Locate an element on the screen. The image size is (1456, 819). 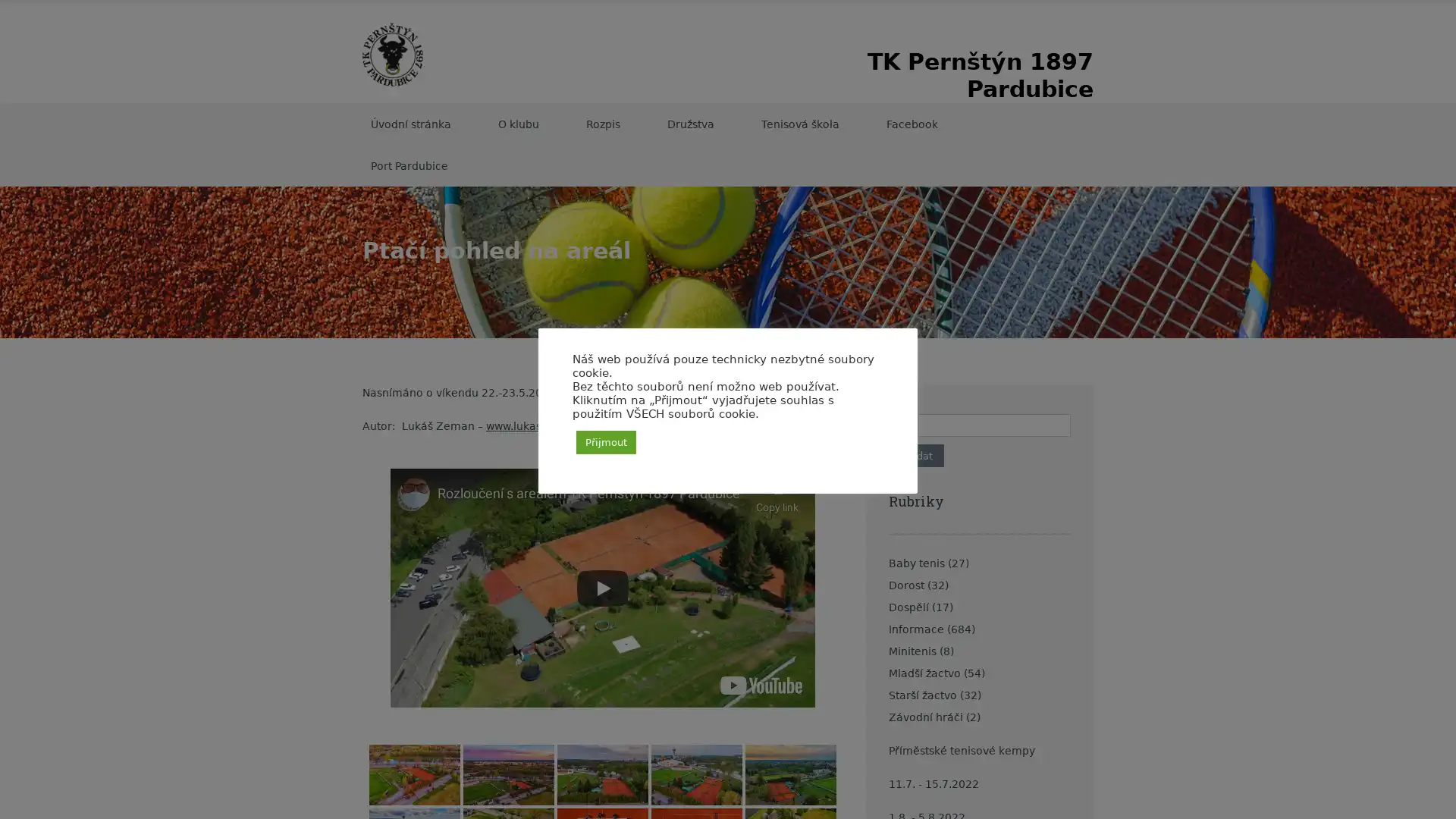
Prijmout is located at coordinates (605, 441).